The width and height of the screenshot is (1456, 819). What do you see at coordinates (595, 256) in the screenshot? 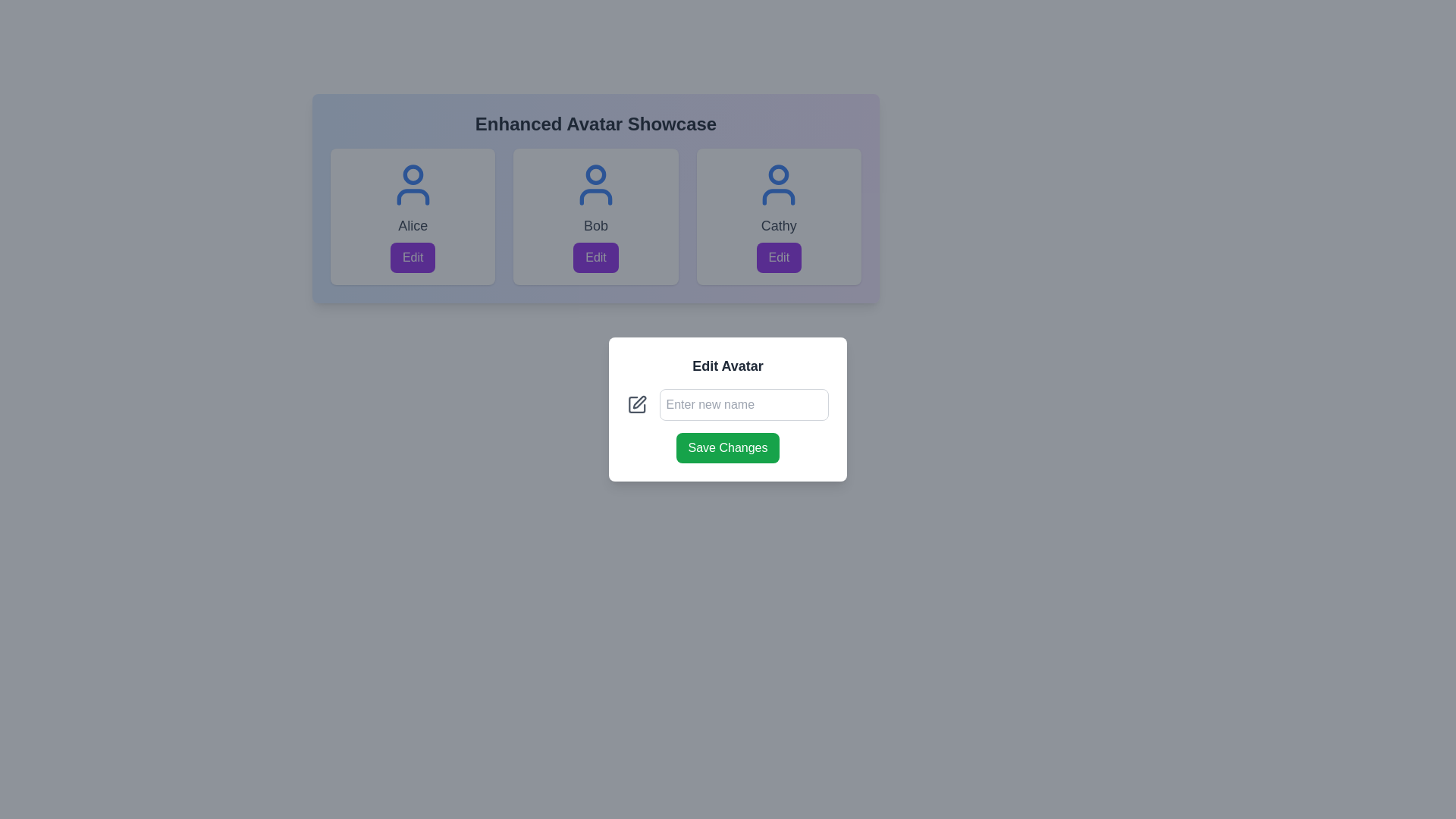
I see `the button that triggers the editing functionality for Bob's profile` at bounding box center [595, 256].